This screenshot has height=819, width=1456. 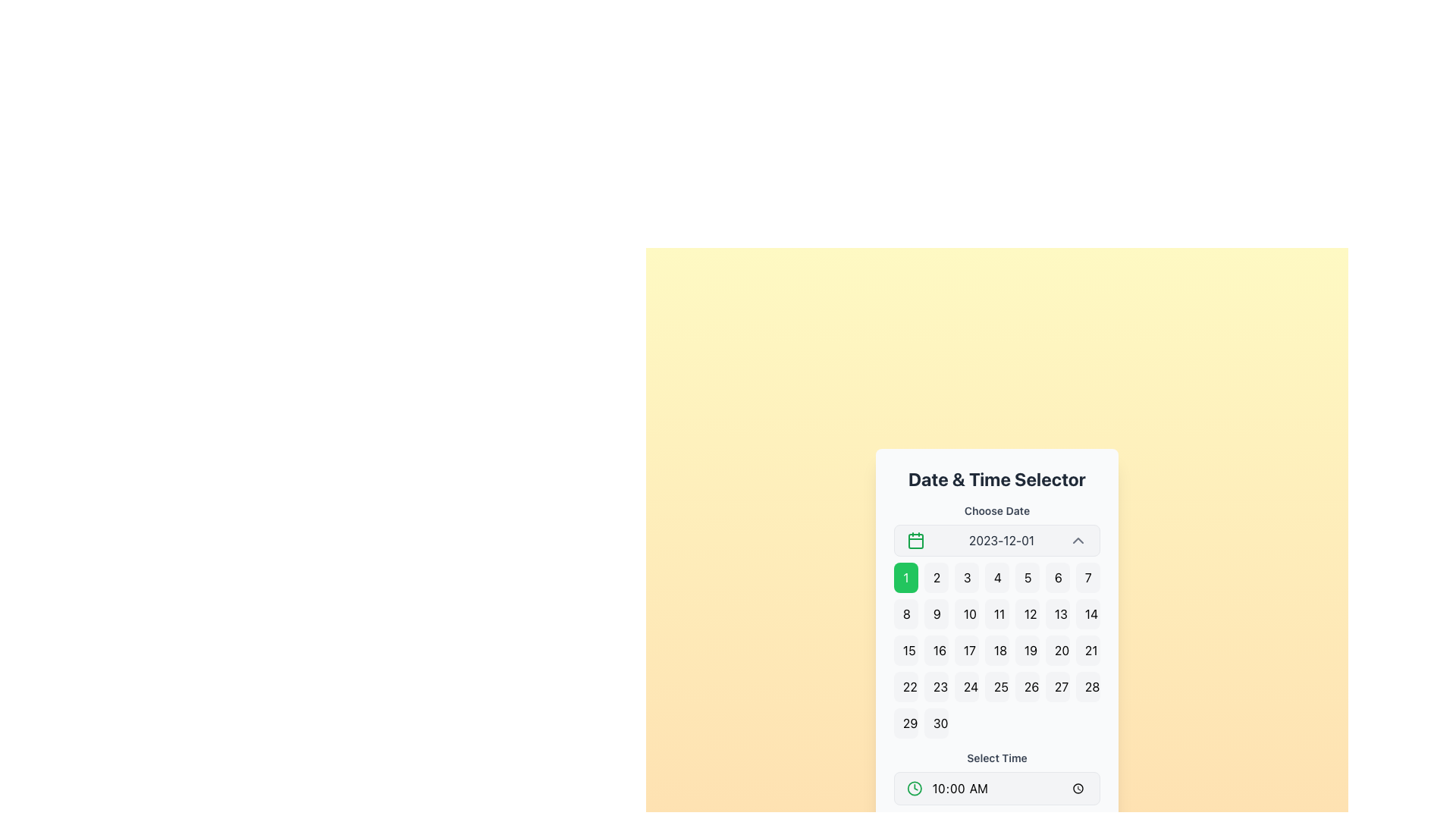 I want to click on the date selection button located in the fourth row and second column of the date picker, so click(x=935, y=687).